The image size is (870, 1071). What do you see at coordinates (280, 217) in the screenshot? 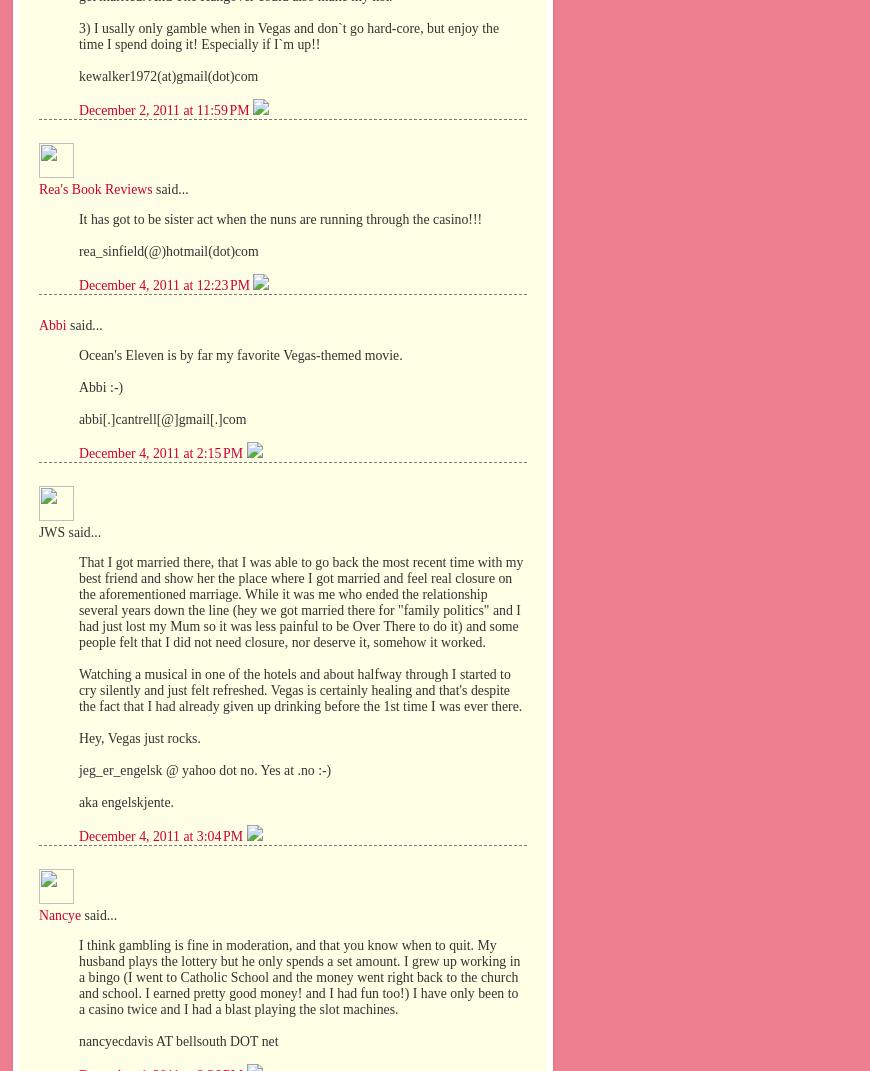
I see `'It has got to be sister act when the nuns are running through the casino!!!'` at bounding box center [280, 217].